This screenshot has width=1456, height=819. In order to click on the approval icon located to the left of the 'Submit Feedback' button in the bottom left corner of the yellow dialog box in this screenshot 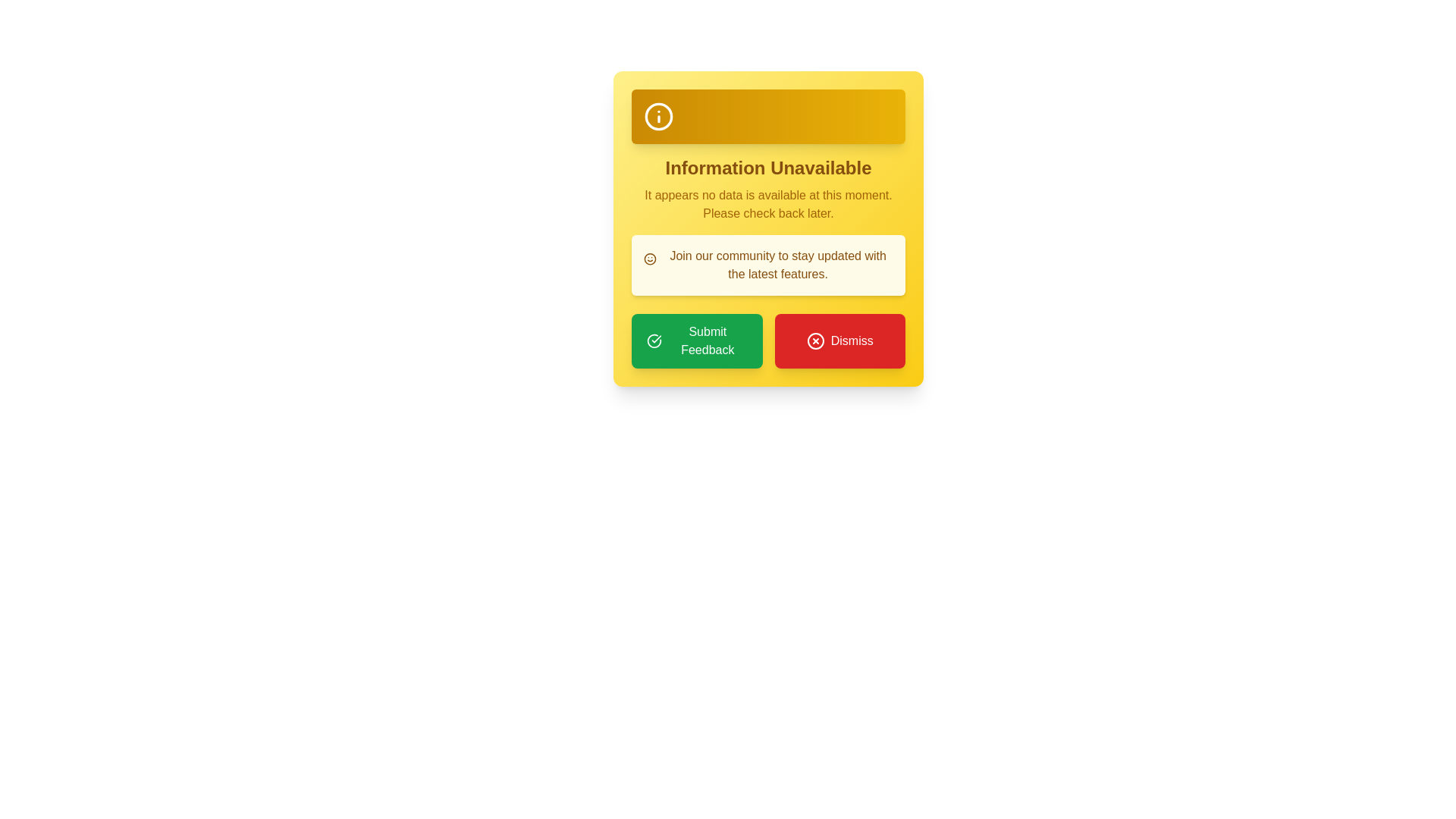, I will do `click(654, 341)`.